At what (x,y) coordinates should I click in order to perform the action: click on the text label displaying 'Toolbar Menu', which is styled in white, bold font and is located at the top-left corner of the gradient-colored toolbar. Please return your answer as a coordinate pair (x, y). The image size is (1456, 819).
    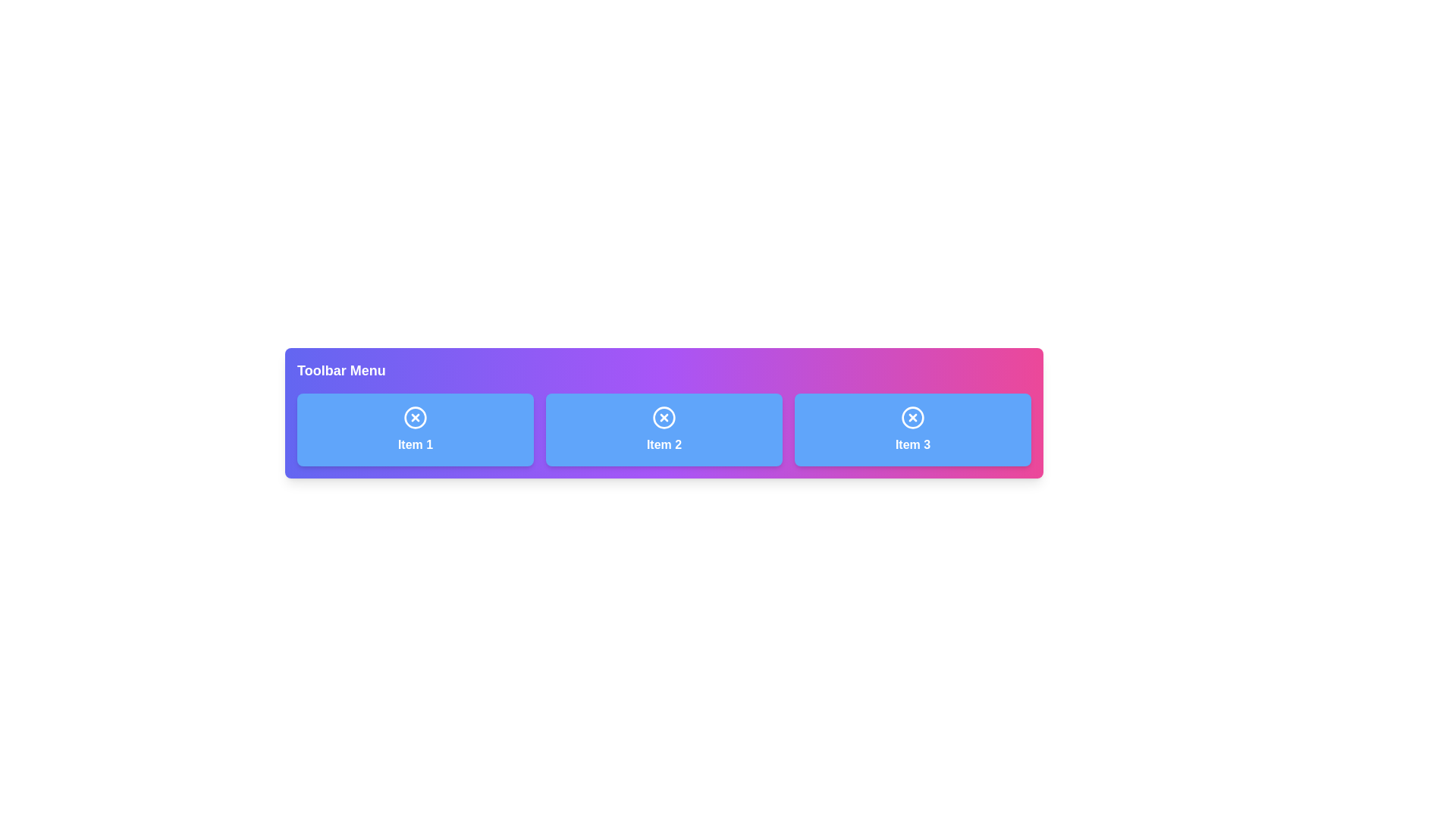
    Looking at the image, I should click on (340, 371).